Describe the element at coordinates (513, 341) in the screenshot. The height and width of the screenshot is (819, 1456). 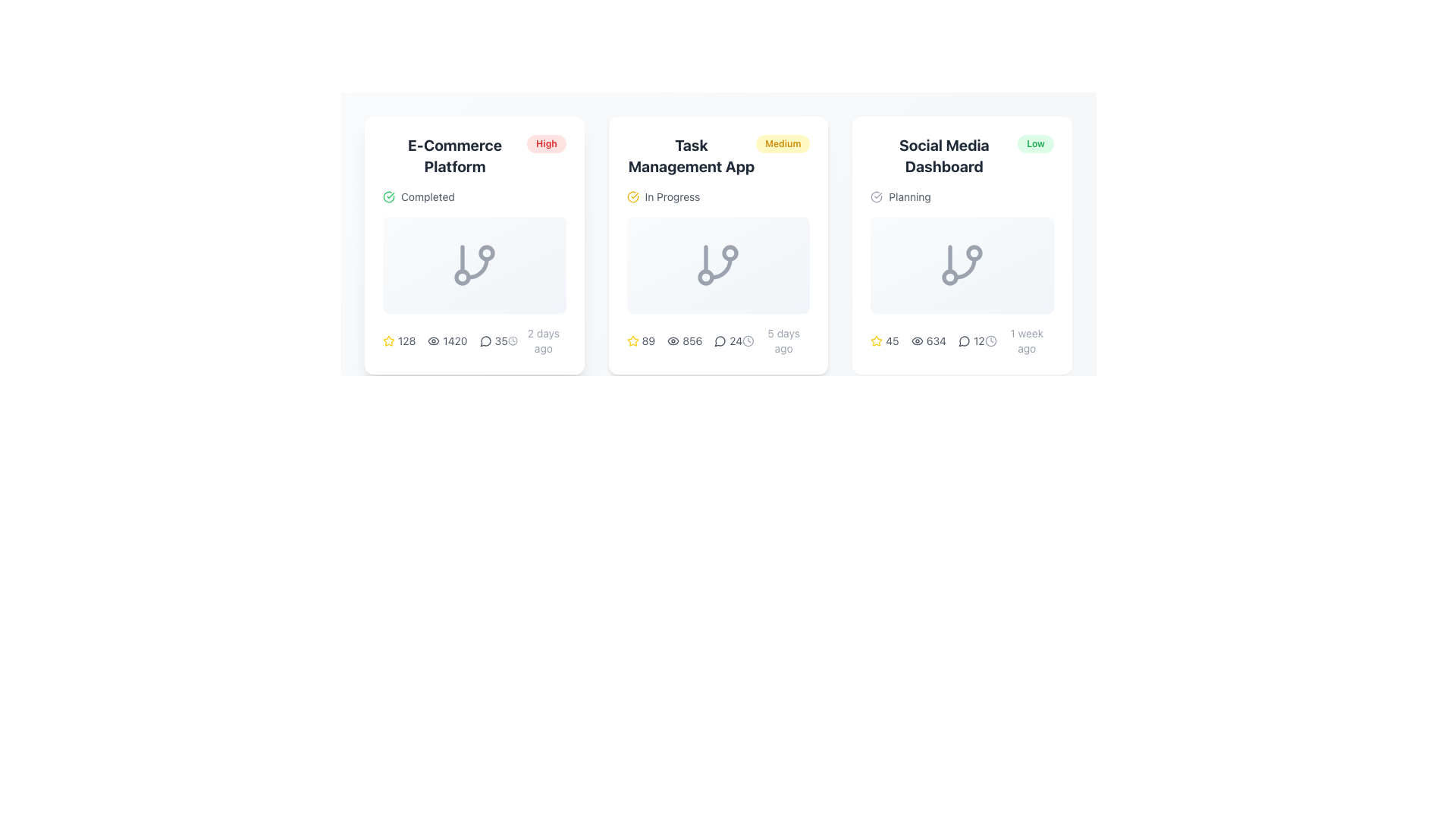
I see `the time icon located` at that location.